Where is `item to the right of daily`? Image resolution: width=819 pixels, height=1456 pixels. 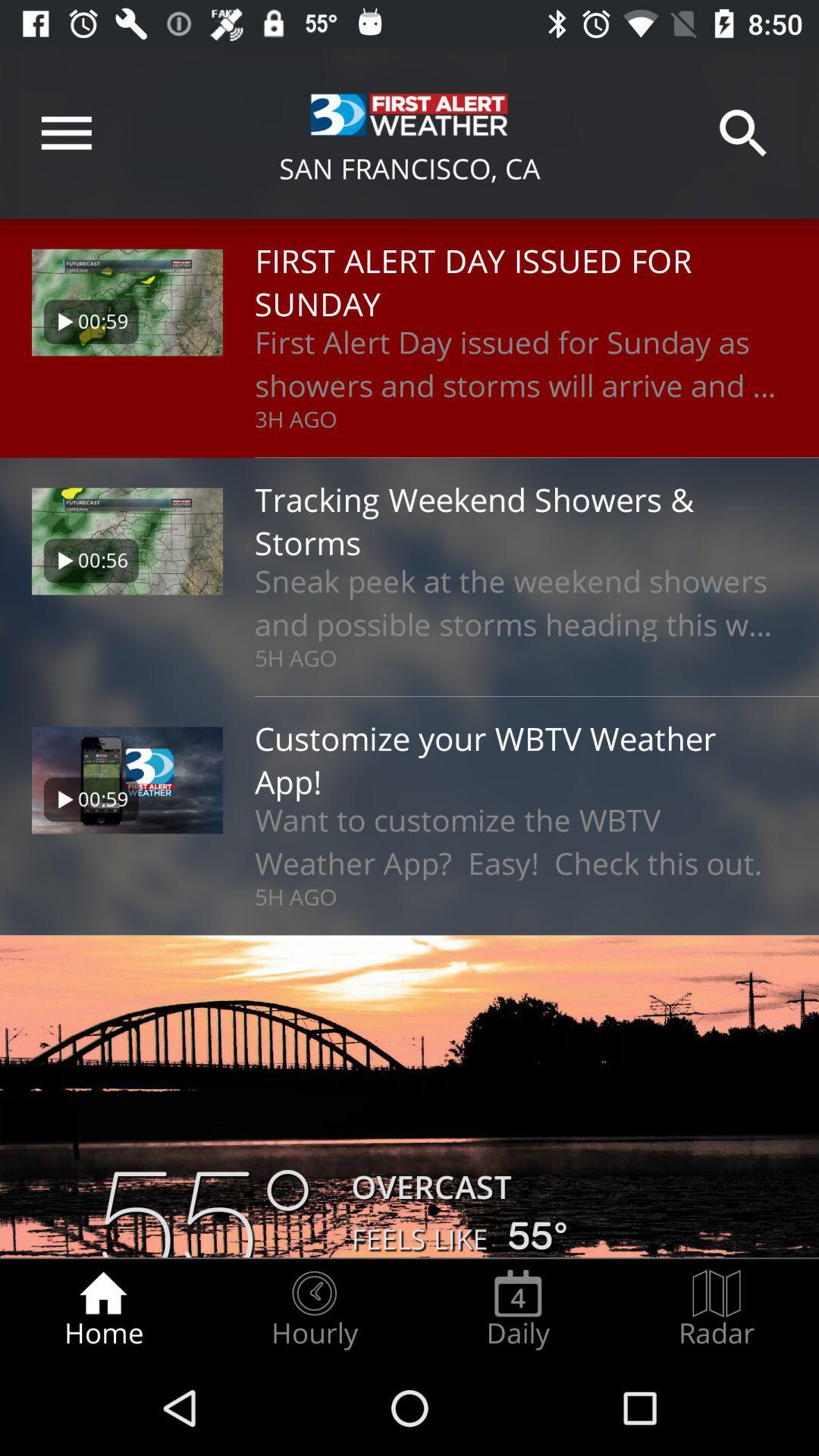
item to the right of daily is located at coordinates (717, 1309).